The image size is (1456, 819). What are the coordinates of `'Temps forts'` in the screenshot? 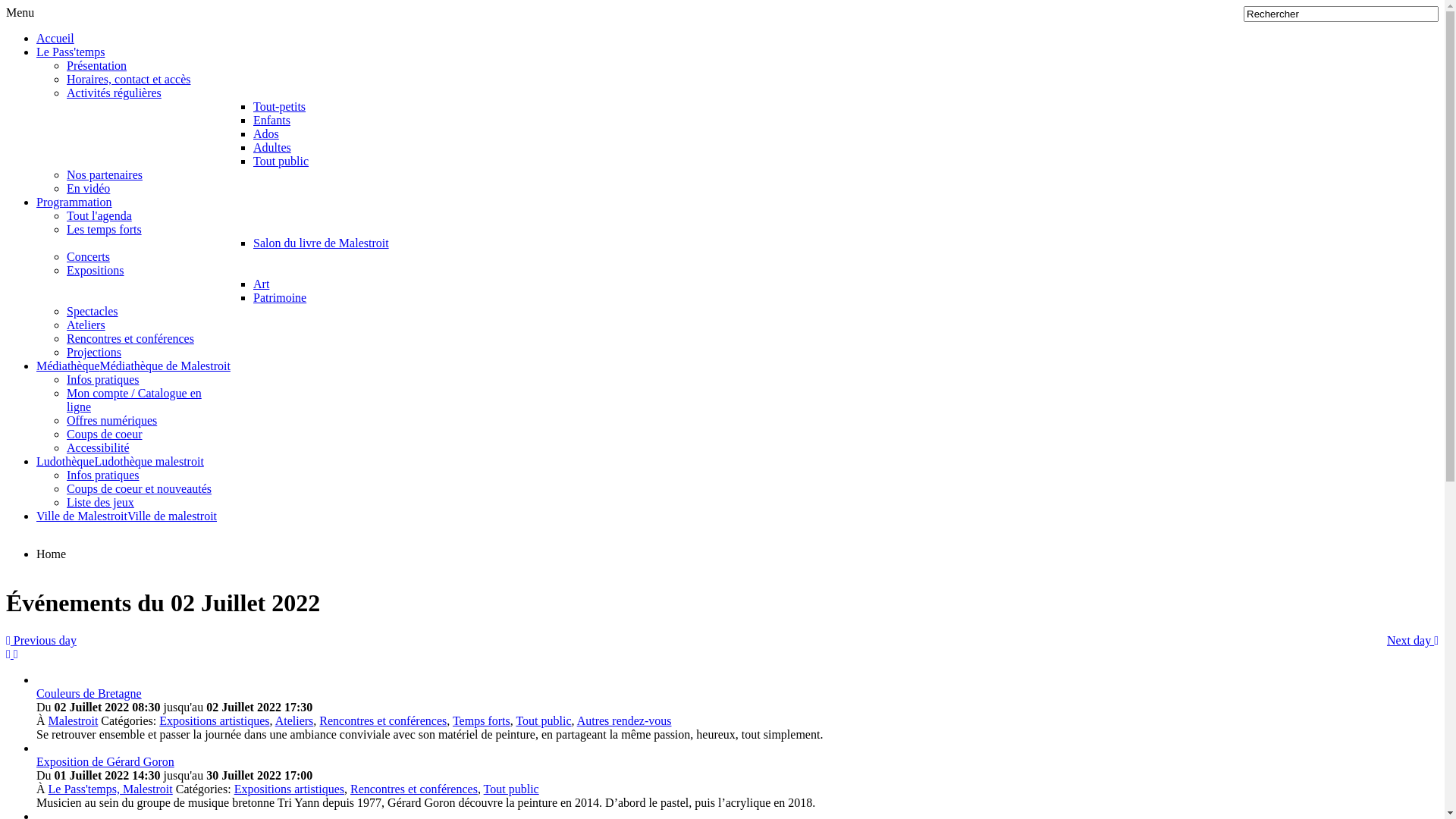 It's located at (480, 720).